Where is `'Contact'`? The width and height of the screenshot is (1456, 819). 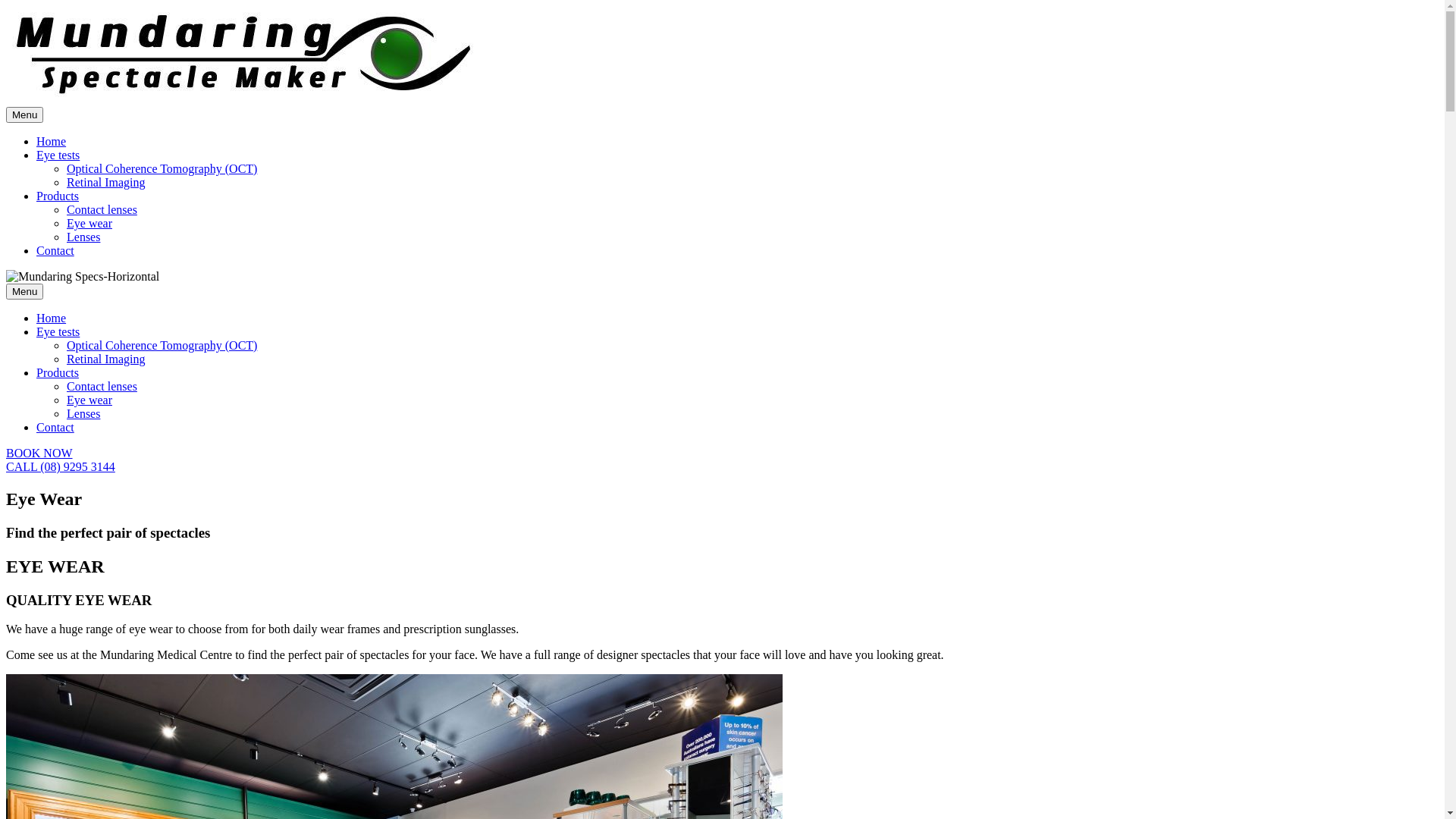
'Contact' is located at coordinates (55, 249).